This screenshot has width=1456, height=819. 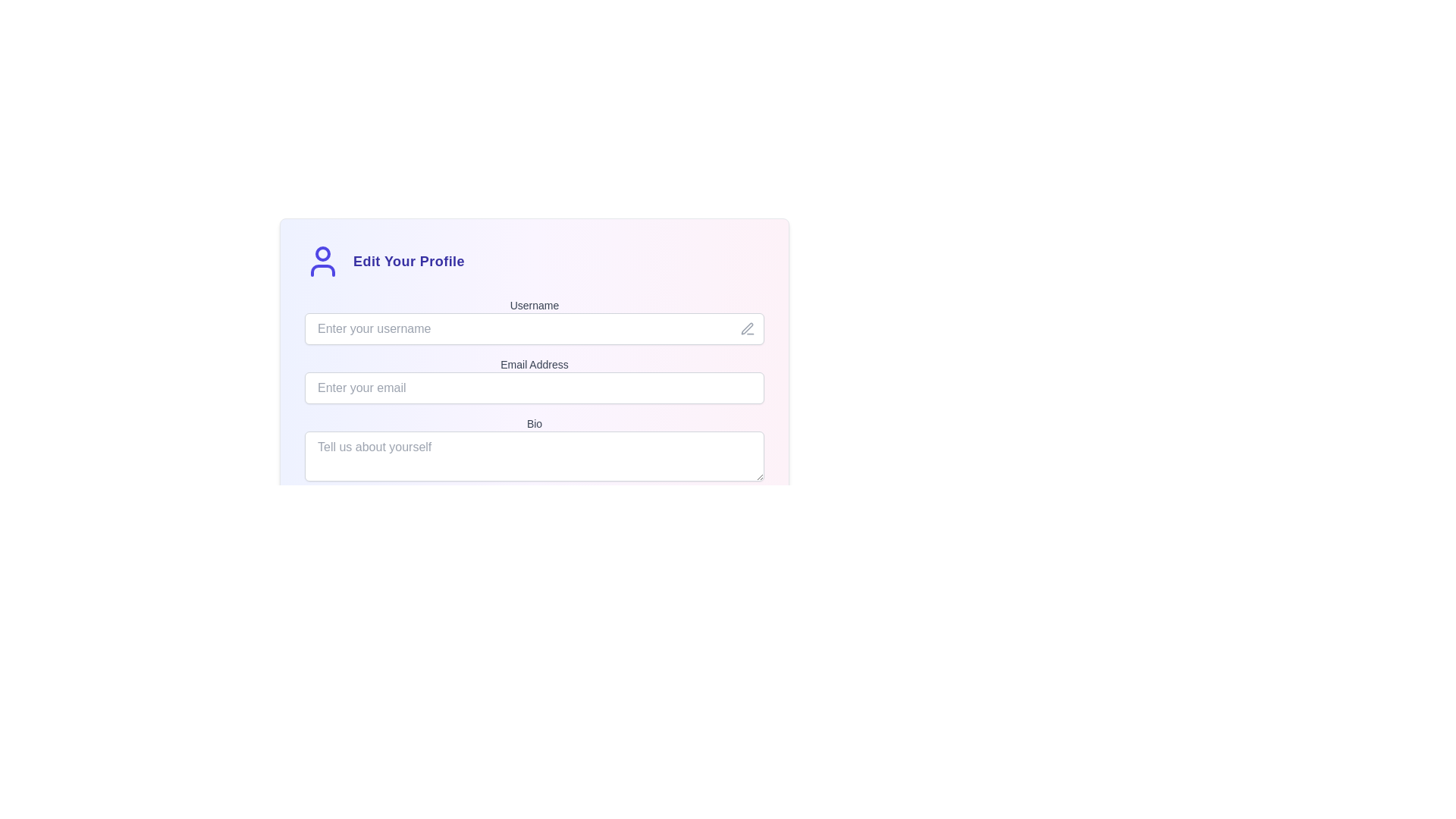 I want to click on the edit icon located on the right side of the 'Enter your username' input field to initiate an edit action, so click(x=747, y=328).